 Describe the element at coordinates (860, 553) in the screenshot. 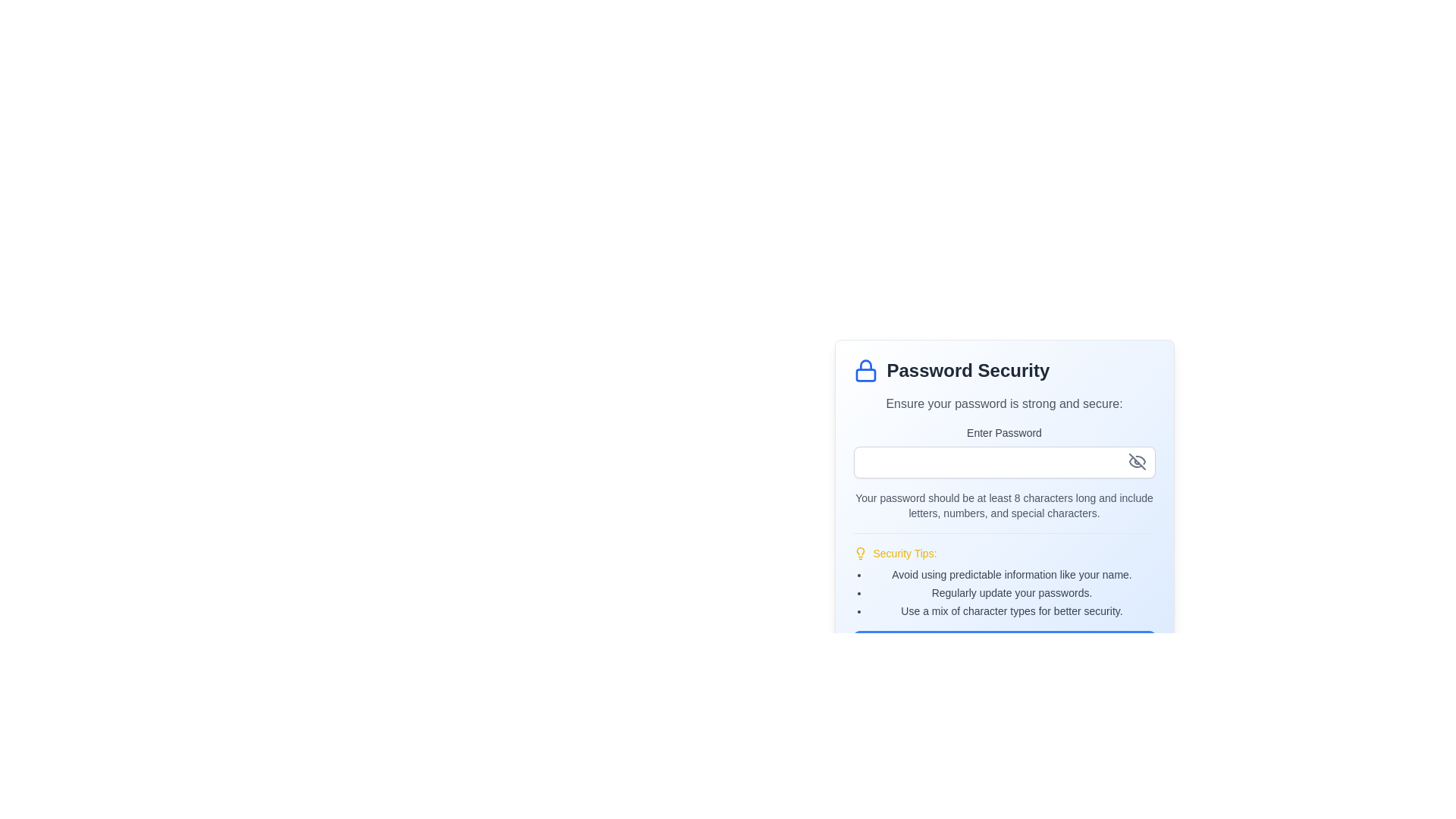

I see `the lightbulb icon with a minimalist design, which is colored yellow and has a class attribute of 'lucide-lightbulb', located to the left of the 'Security Tips:' text` at that location.